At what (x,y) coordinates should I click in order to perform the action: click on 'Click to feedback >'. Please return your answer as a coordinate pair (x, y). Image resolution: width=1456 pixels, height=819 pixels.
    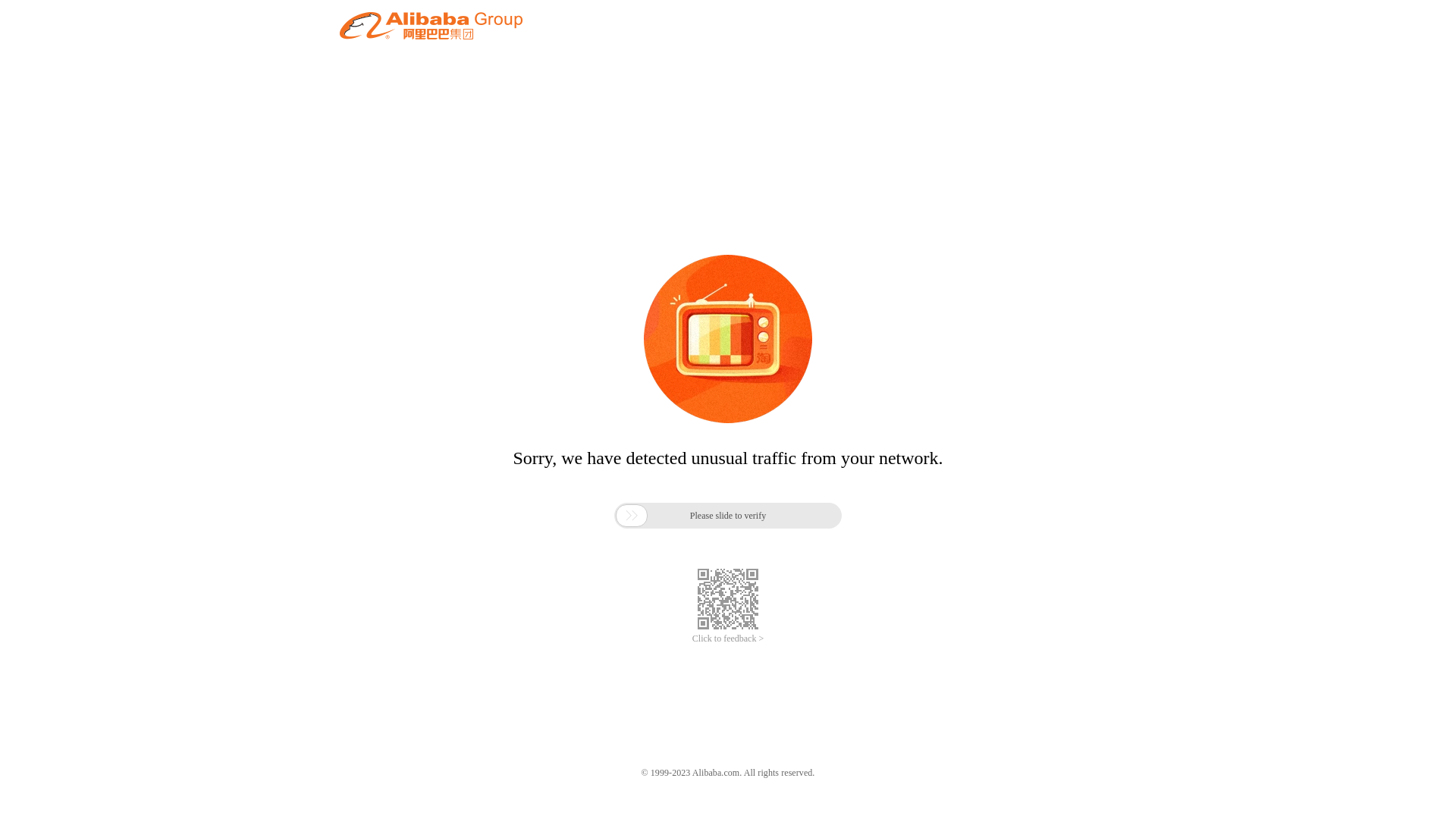
    Looking at the image, I should click on (728, 639).